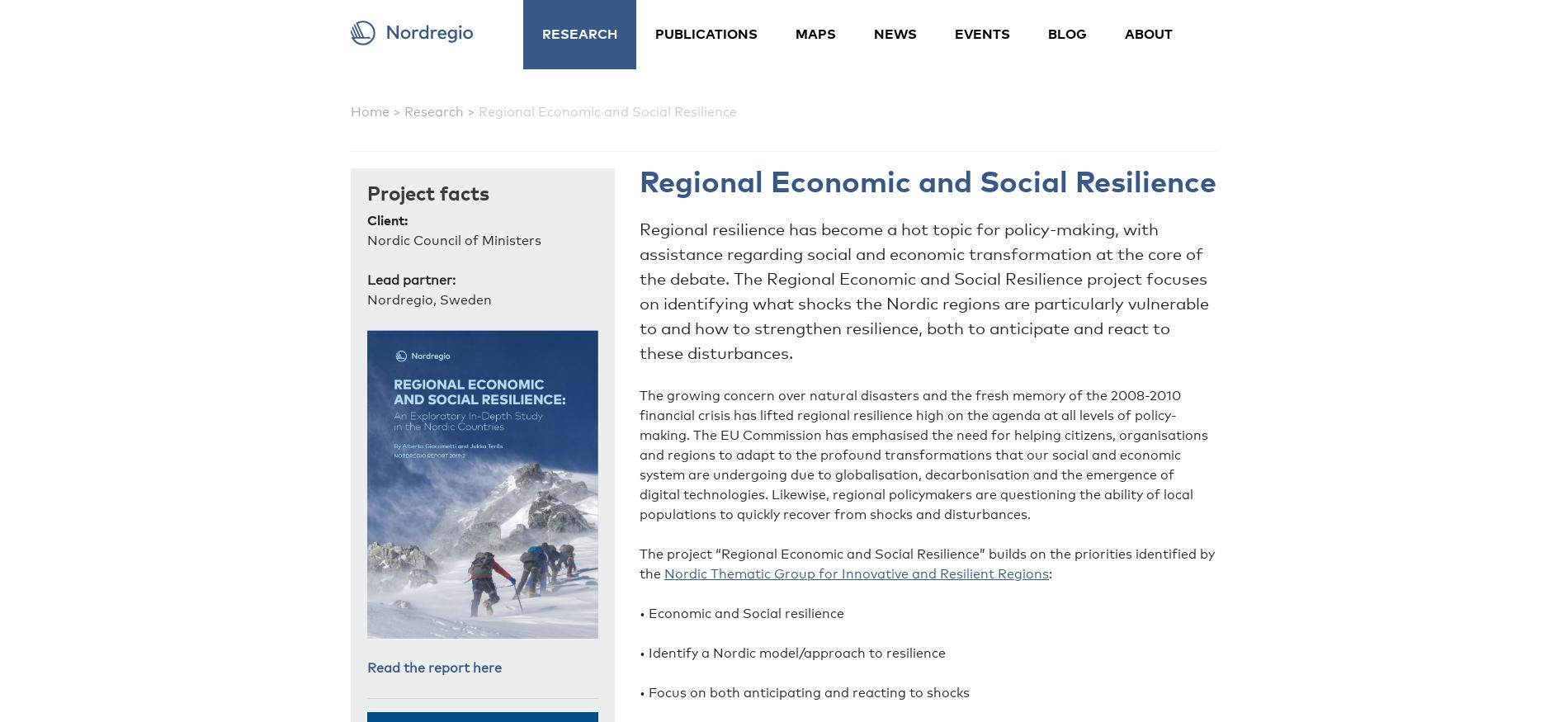 Image resolution: width=1568 pixels, height=722 pixels. I want to click on '• Identify a Nordic model/approach to resilience', so click(792, 652).